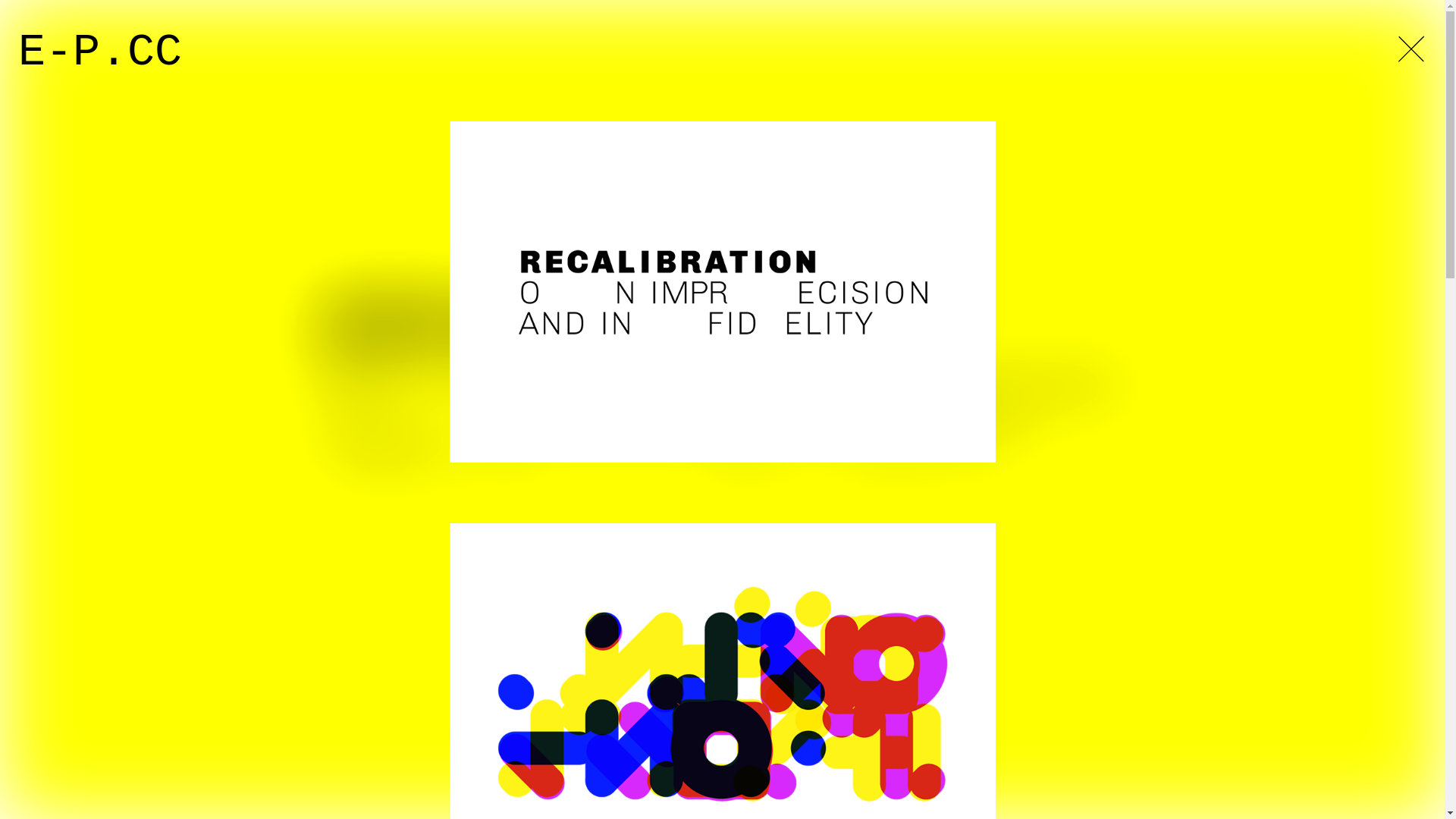 The width and height of the screenshot is (1456, 819). What do you see at coordinates (99, 52) in the screenshot?
I see `'E-P.CC'` at bounding box center [99, 52].